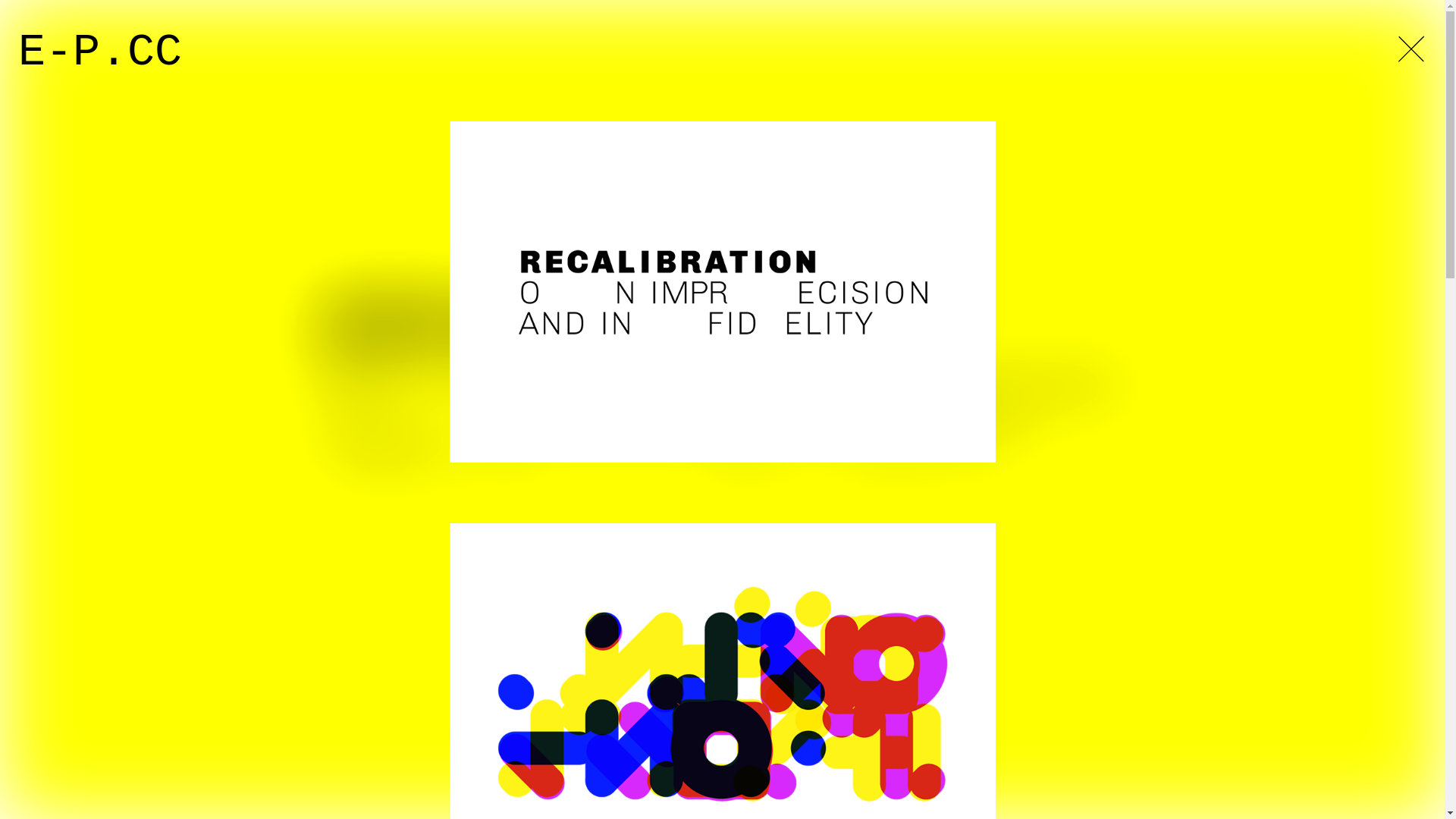 The width and height of the screenshot is (1456, 819). What do you see at coordinates (99, 52) in the screenshot?
I see `'E-P.CC'` at bounding box center [99, 52].